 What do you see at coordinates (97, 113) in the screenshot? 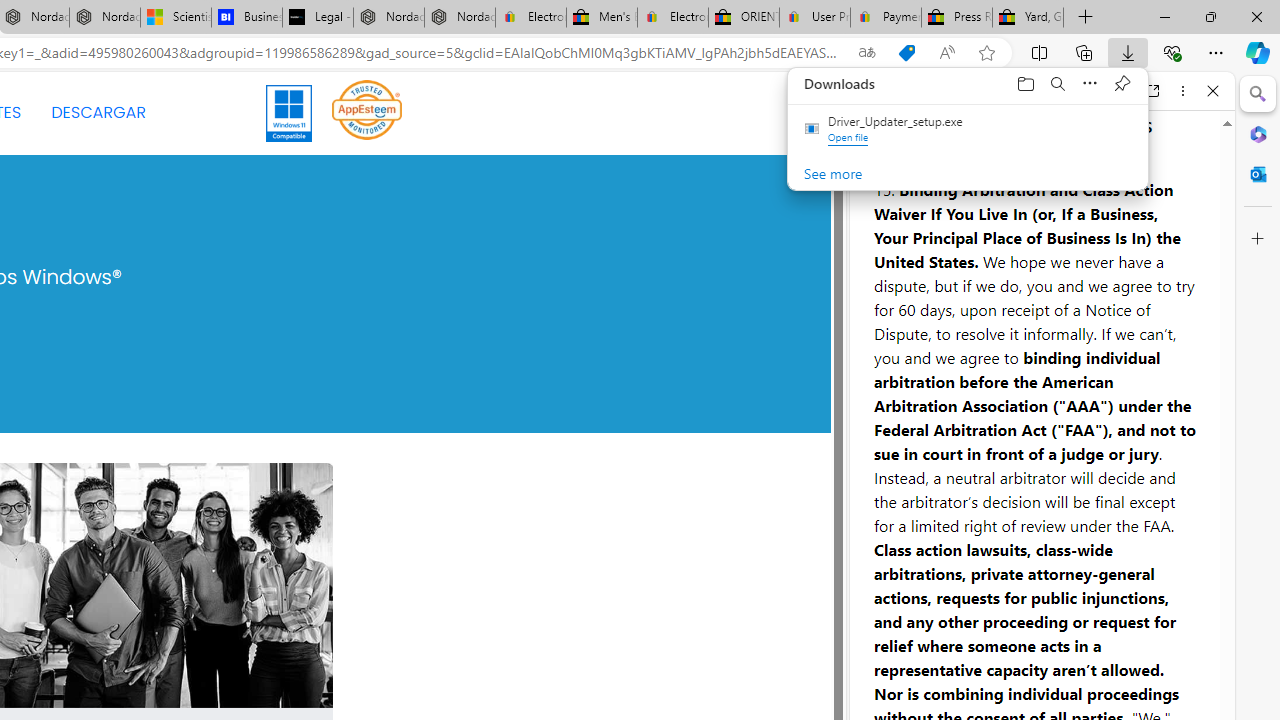
I see `'DESCARGAR'` at bounding box center [97, 113].